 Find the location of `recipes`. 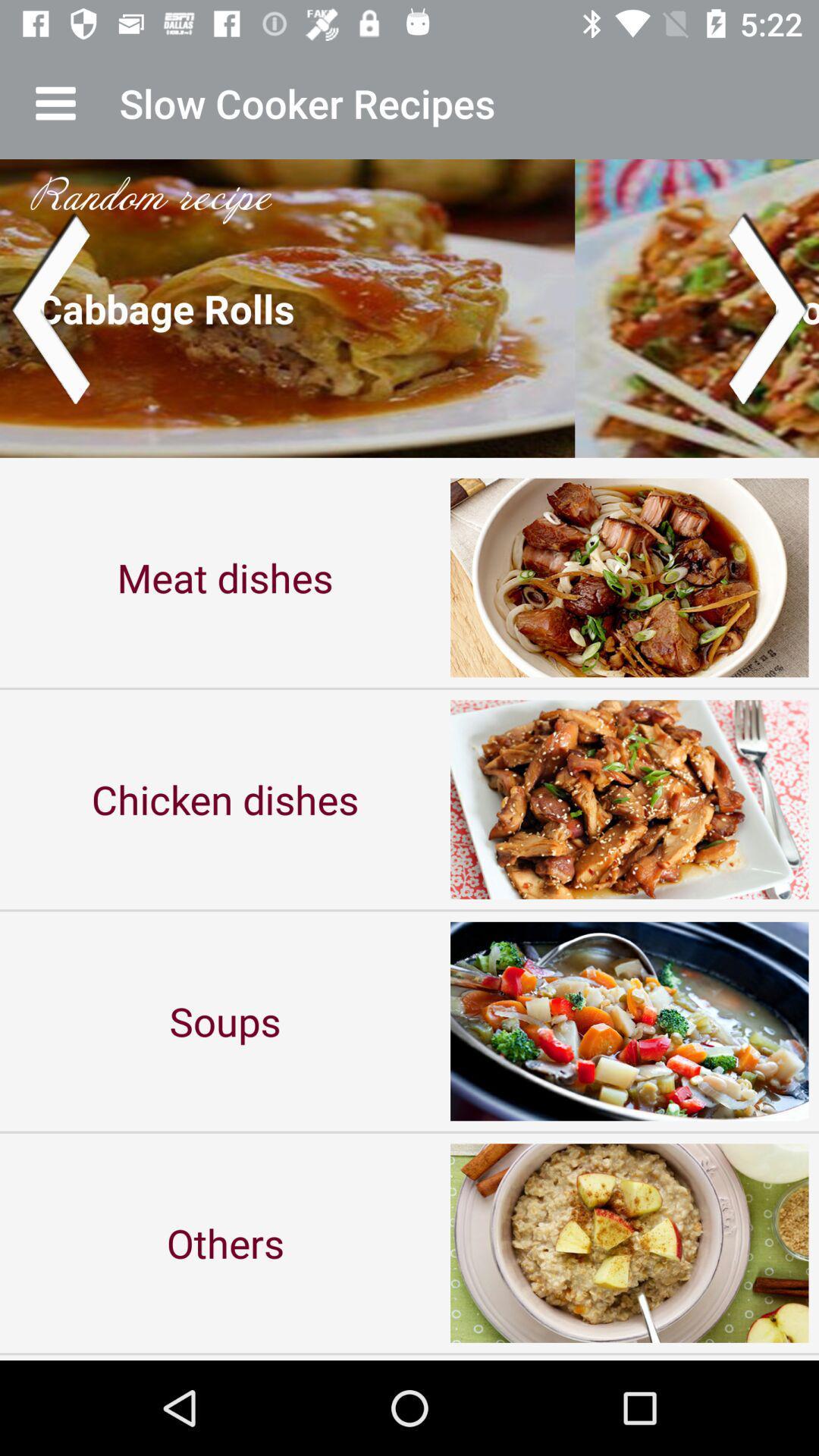

recipes is located at coordinates (409, 307).